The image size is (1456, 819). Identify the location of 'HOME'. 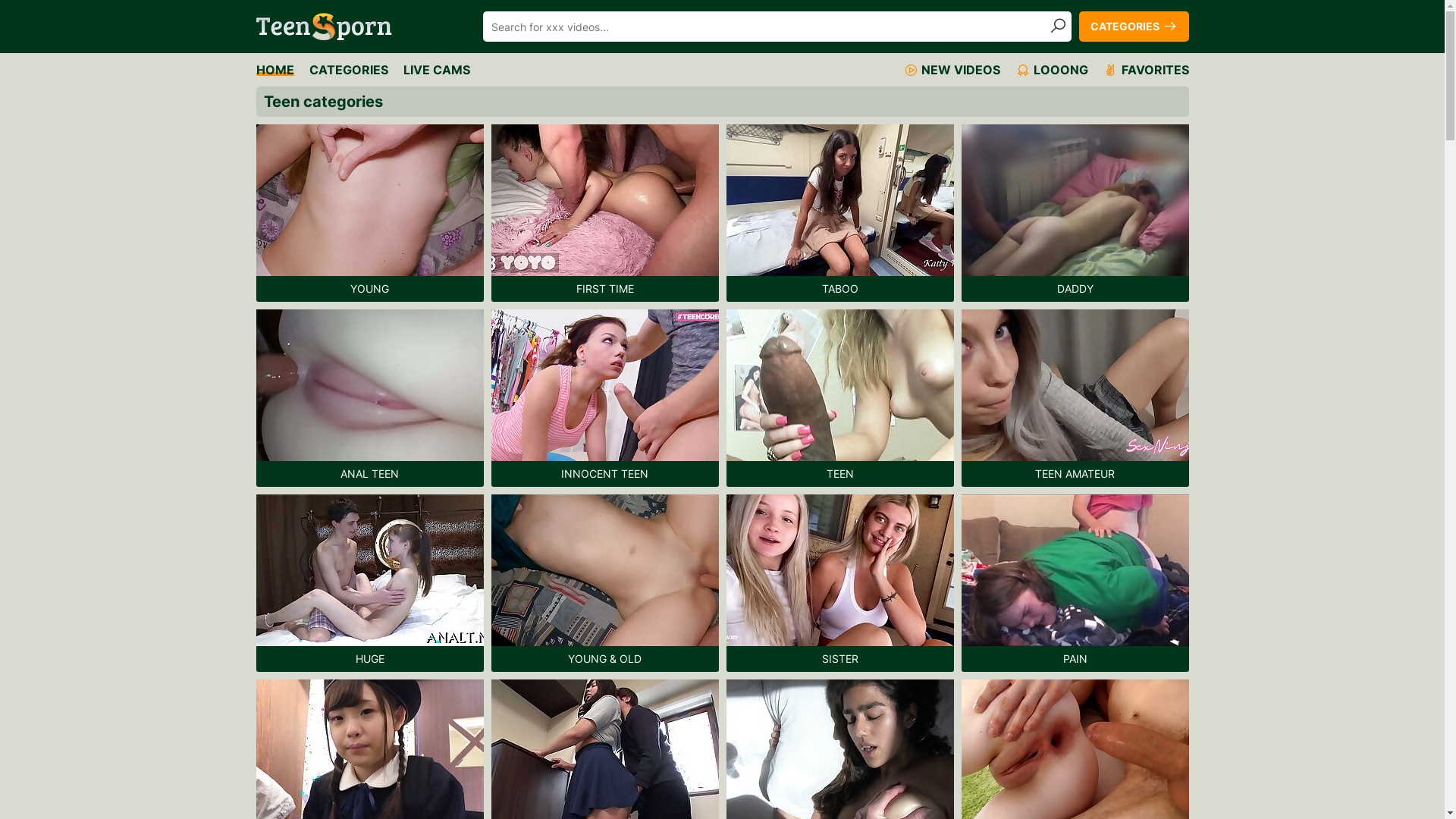
(275, 70).